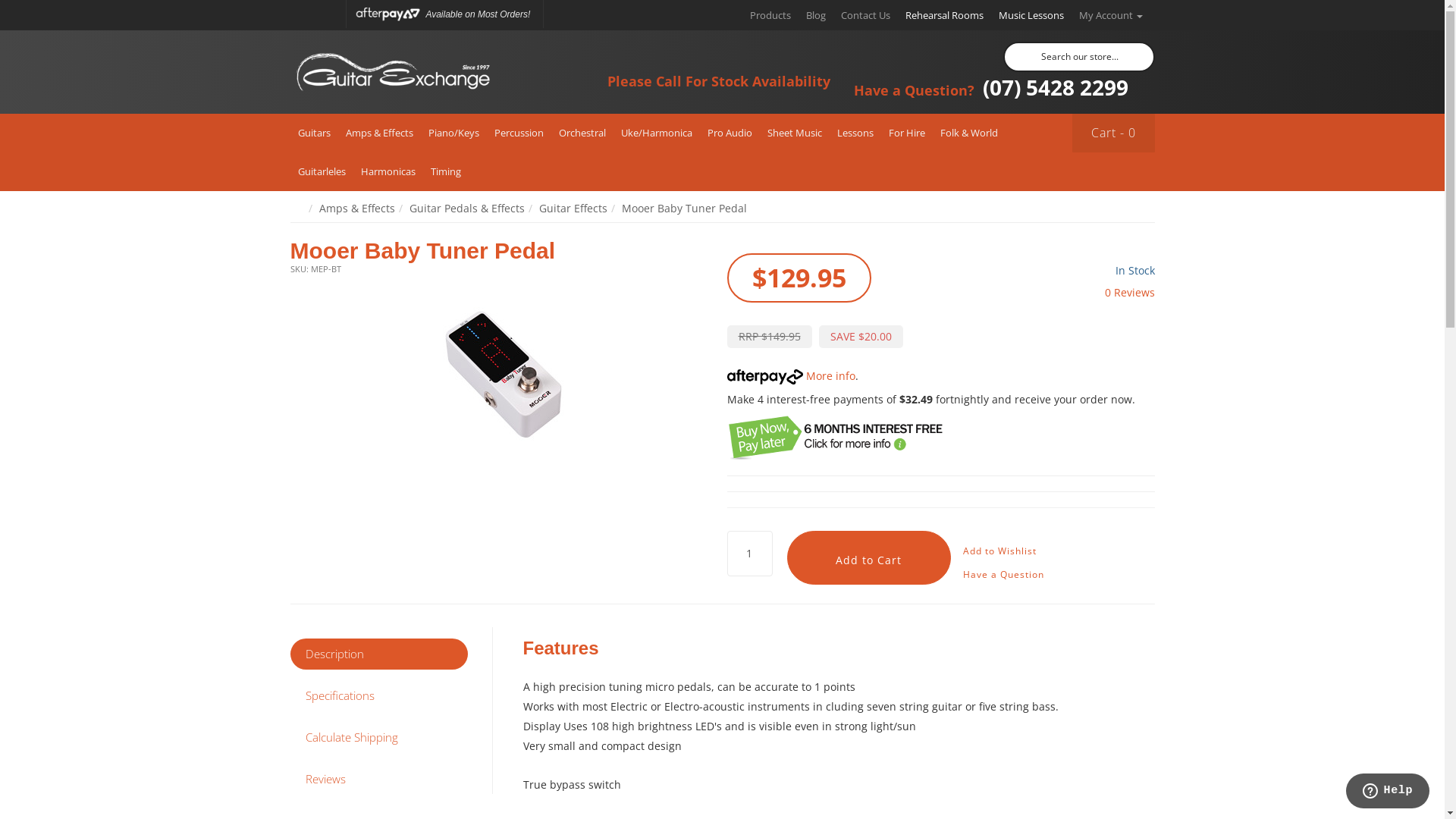  I want to click on 'Music Lessons', so click(1030, 14).